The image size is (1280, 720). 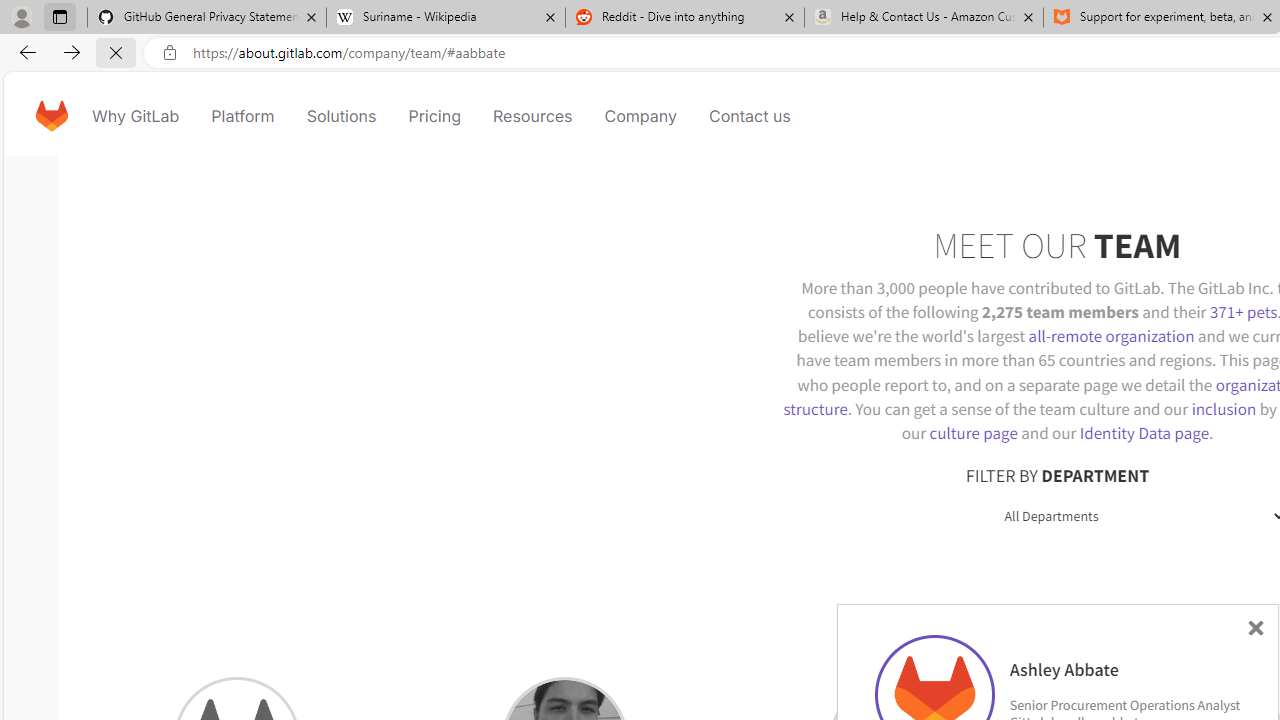 What do you see at coordinates (532, 115) in the screenshot?
I see `'Resources'` at bounding box center [532, 115].